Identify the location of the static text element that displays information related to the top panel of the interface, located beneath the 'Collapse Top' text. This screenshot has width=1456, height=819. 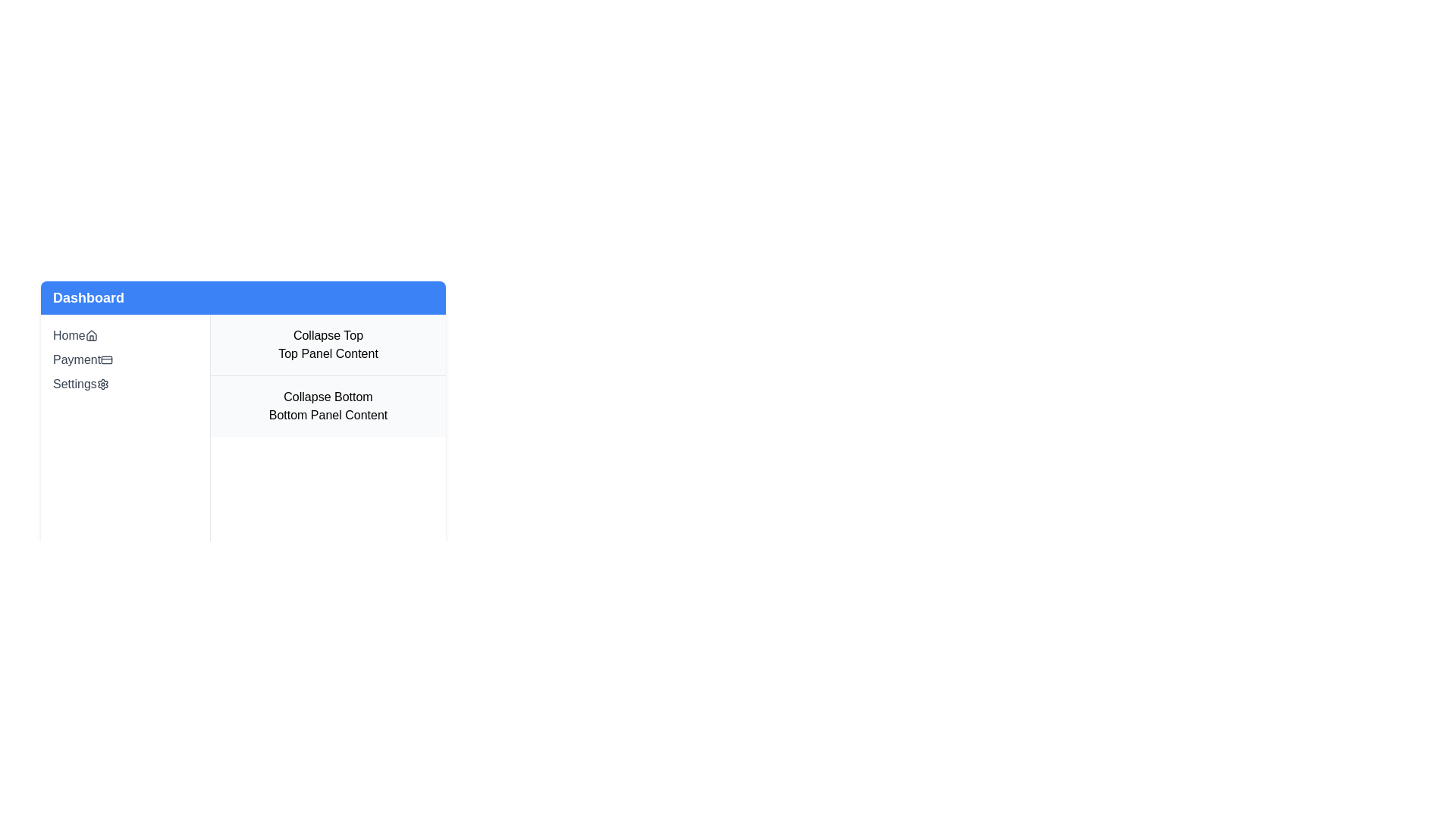
(327, 353).